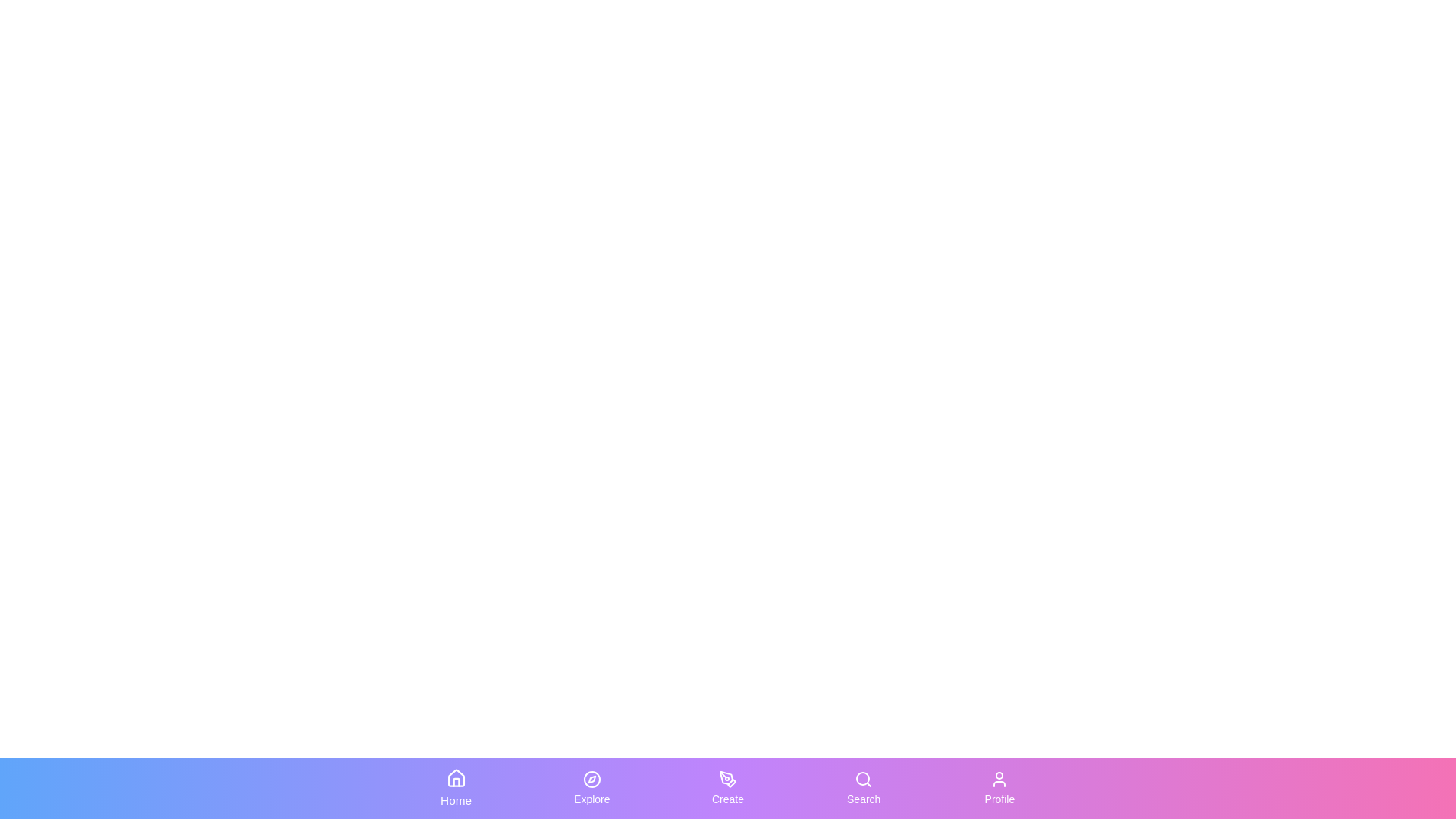 Image resolution: width=1456 pixels, height=819 pixels. What do you see at coordinates (455, 788) in the screenshot?
I see `the Home tab to switch to the corresponding section` at bounding box center [455, 788].